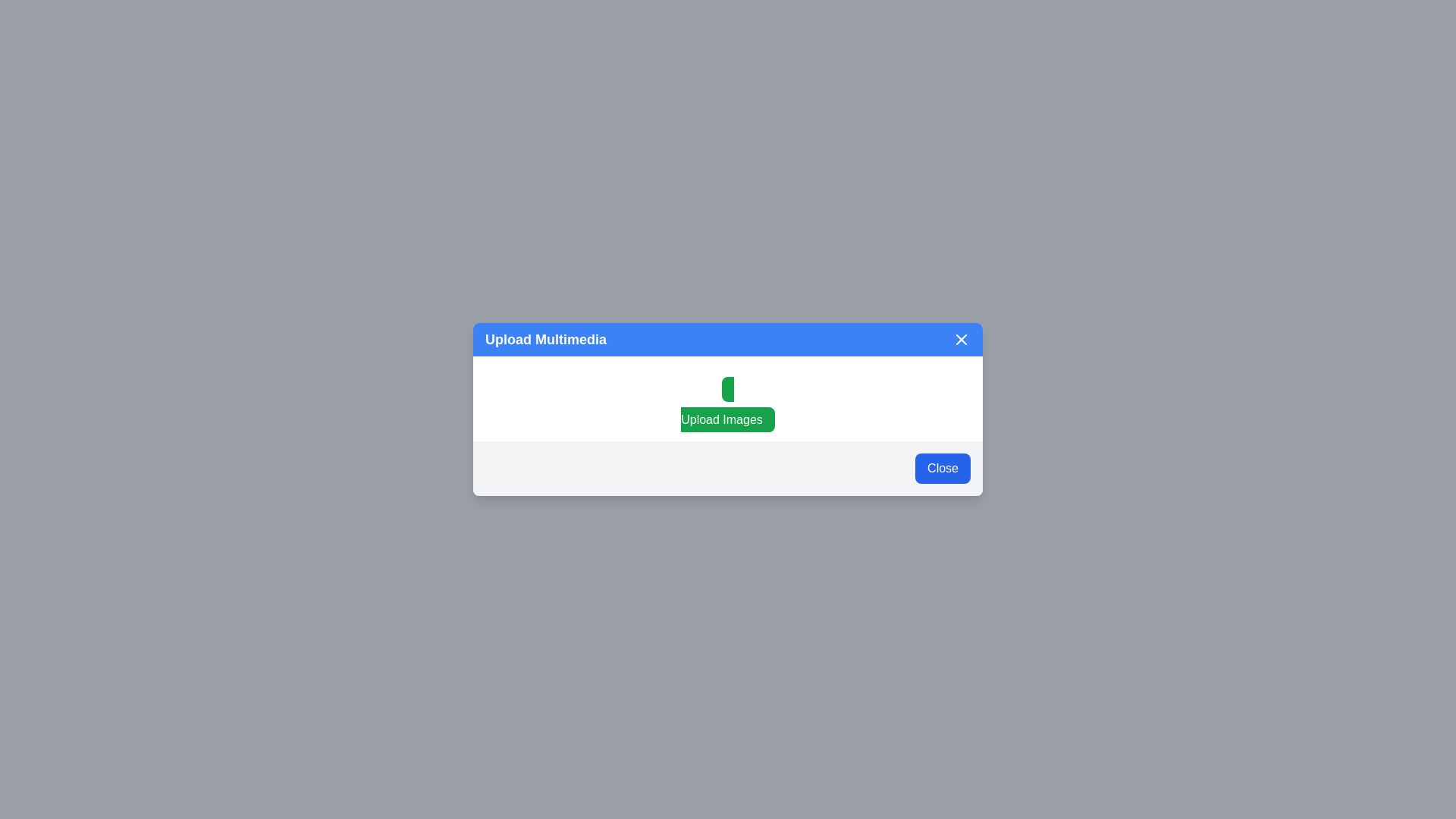 The width and height of the screenshot is (1456, 819). What do you see at coordinates (942, 467) in the screenshot?
I see `the rectangular blue button labeled 'Close' with white text` at bounding box center [942, 467].